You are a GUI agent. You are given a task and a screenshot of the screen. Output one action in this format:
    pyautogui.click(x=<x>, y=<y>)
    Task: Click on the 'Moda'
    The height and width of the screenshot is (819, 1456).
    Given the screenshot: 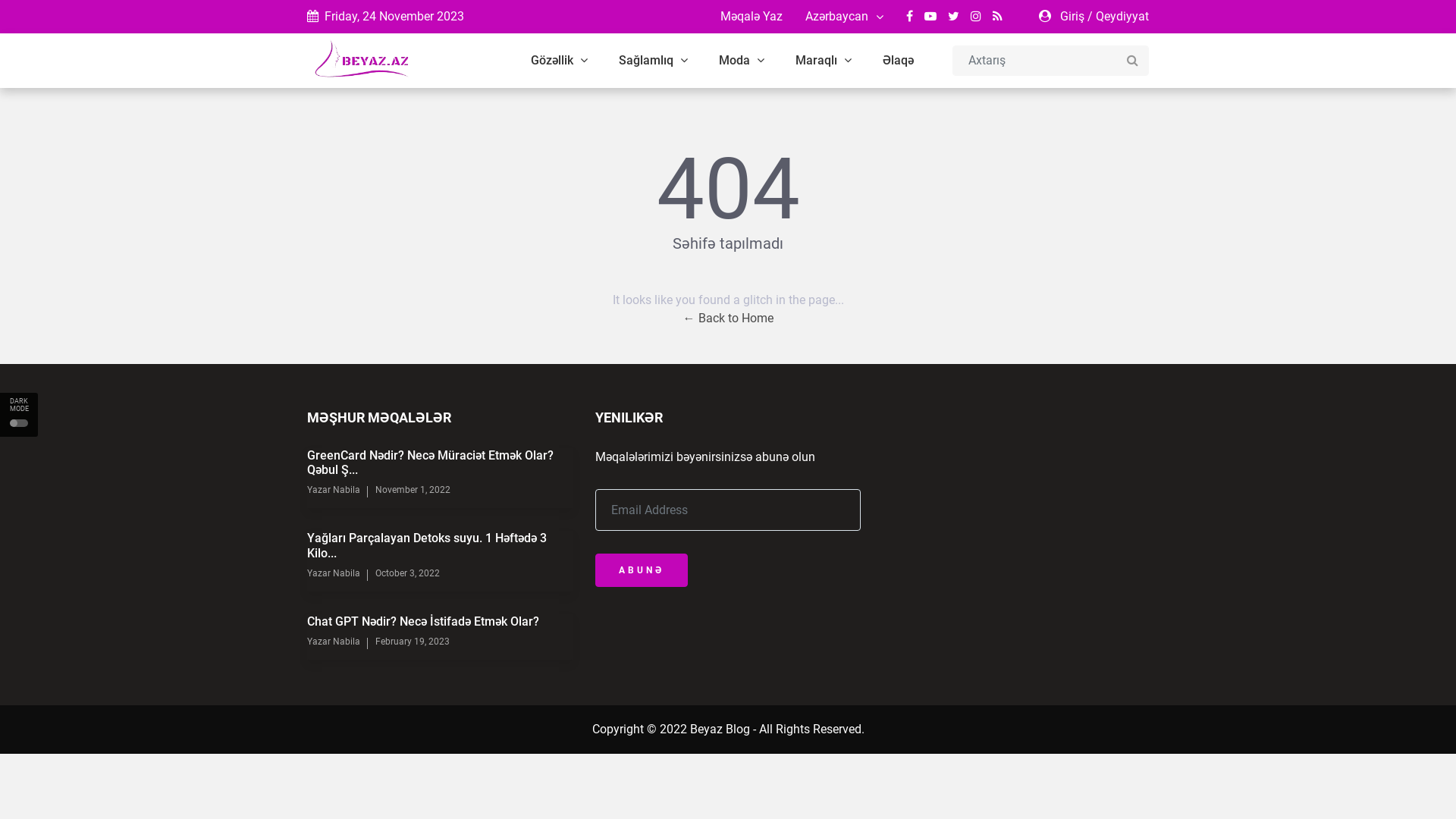 What is the action you would take?
    pyautogui.click(x=742, y=60)
    